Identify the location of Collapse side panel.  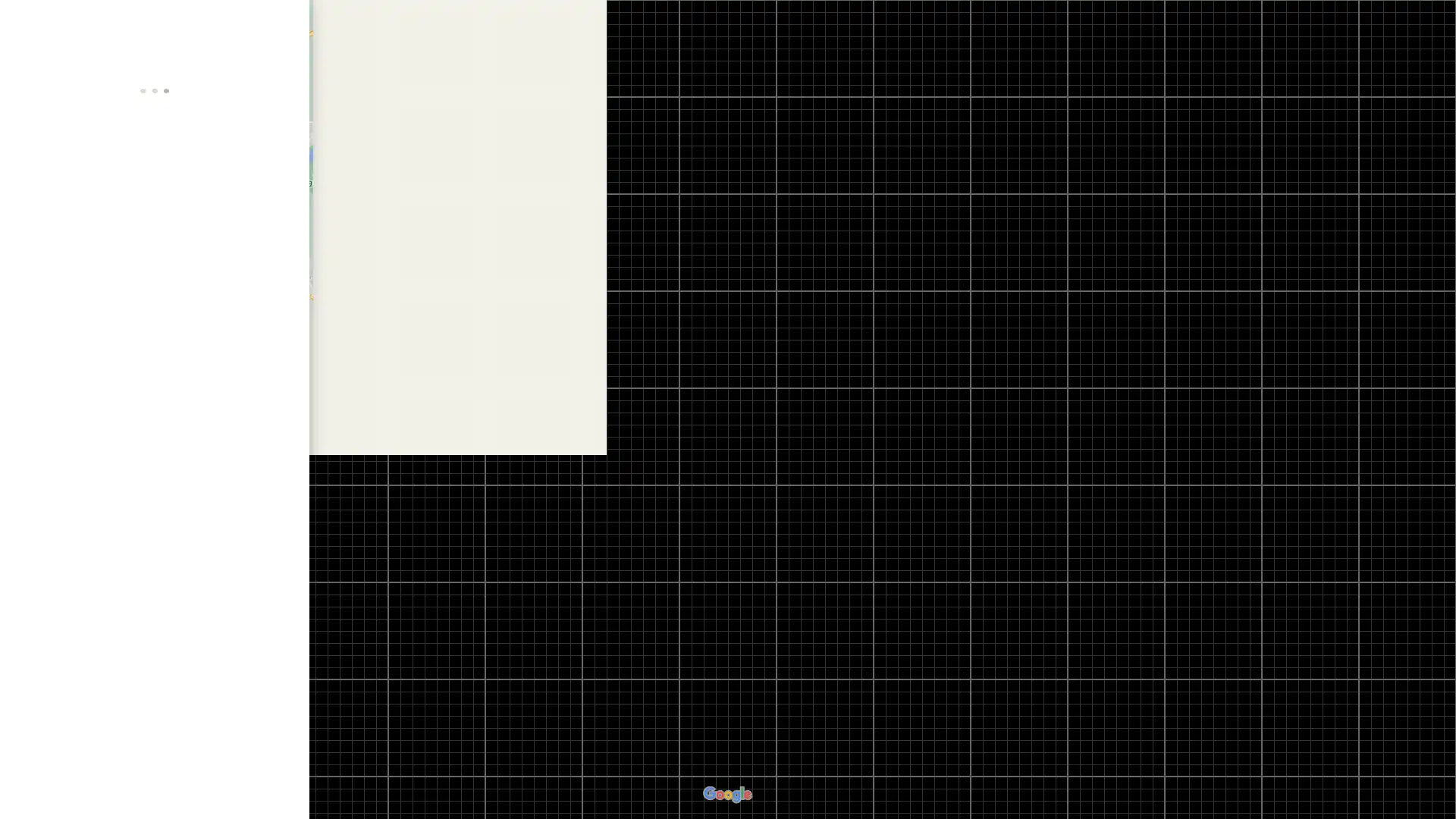
(317, 409).